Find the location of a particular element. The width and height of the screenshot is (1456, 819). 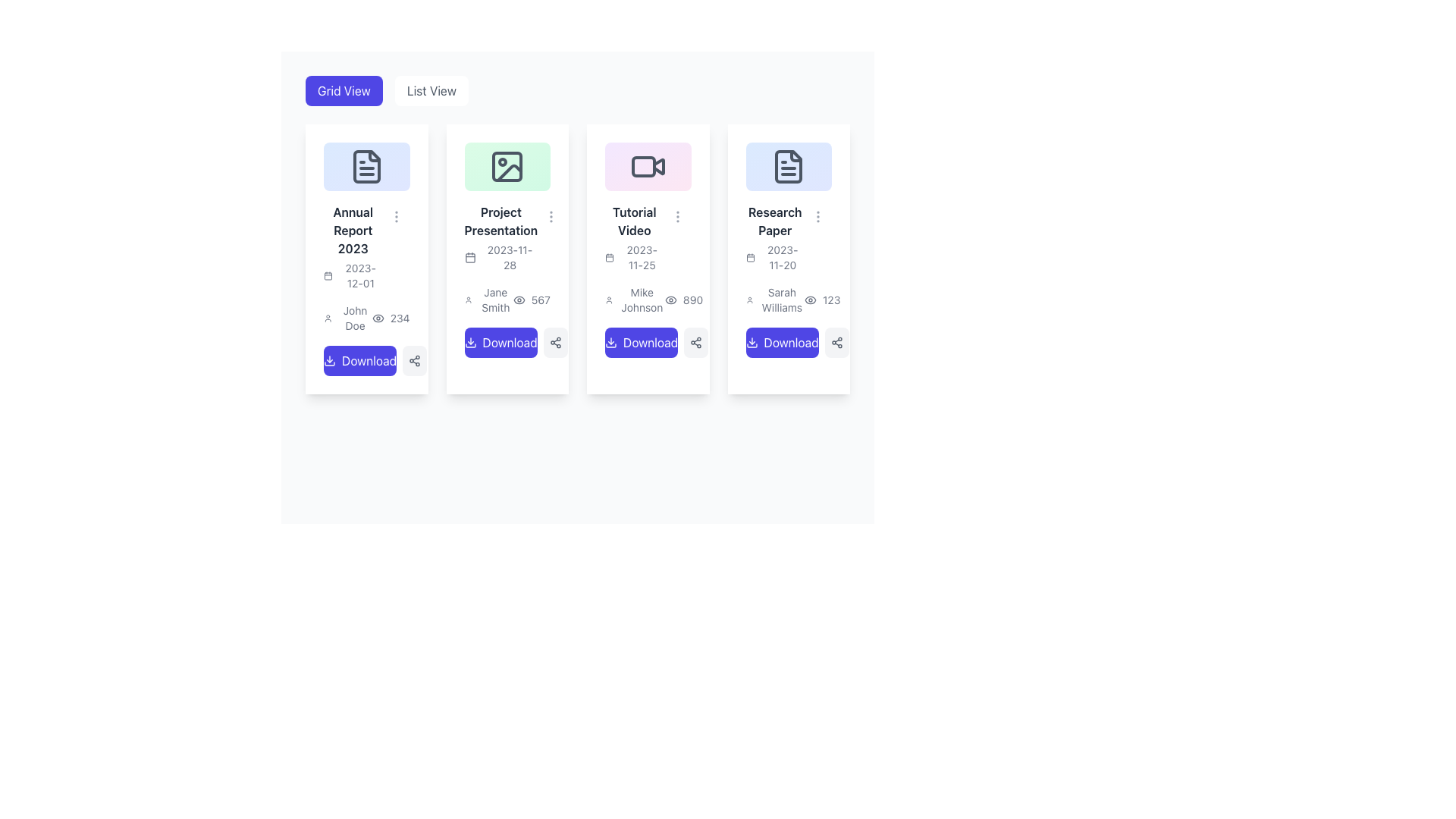

the Text label that displays the author or user associated with the document within the fourth card, located below the title and date, and above the view count, next to a user icon is located at coordinates (782, 300).